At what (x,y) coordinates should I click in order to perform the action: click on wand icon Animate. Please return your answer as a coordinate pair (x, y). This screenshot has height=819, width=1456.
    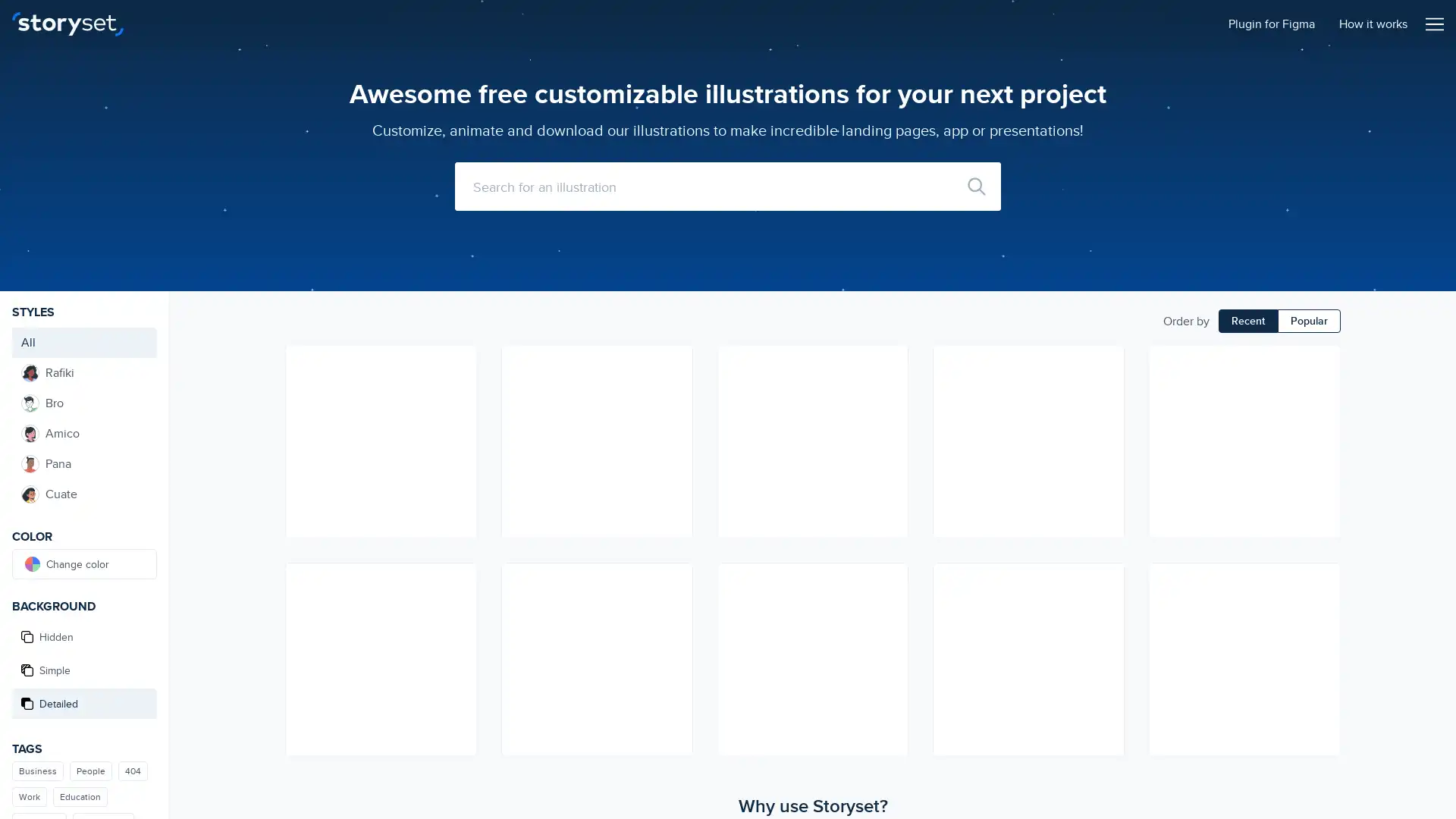
    Looking at the image, I should click on (889, 363).